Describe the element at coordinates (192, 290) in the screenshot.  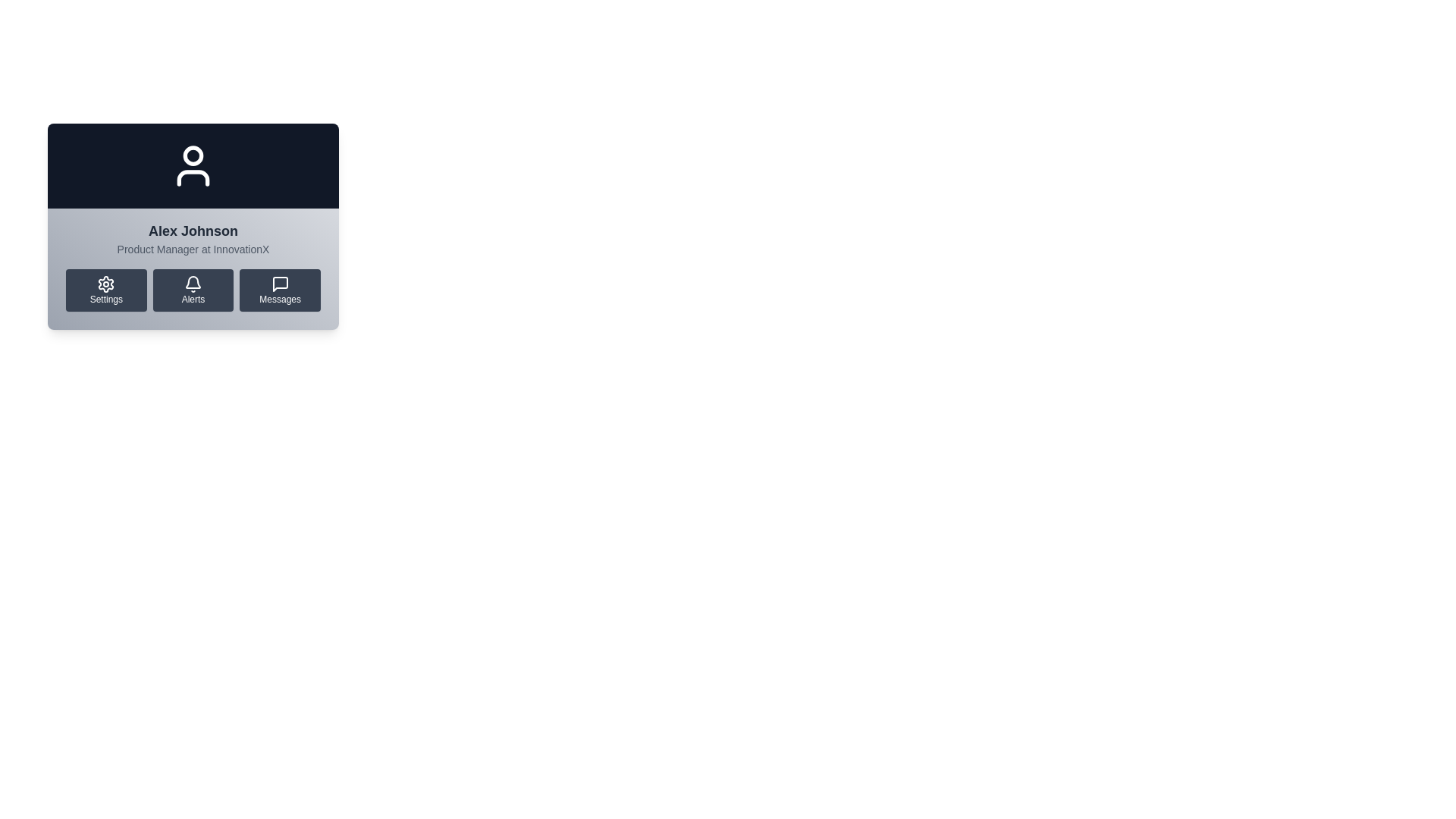
I see `the second button in the group of three at the bottom of the card interface` at that location.